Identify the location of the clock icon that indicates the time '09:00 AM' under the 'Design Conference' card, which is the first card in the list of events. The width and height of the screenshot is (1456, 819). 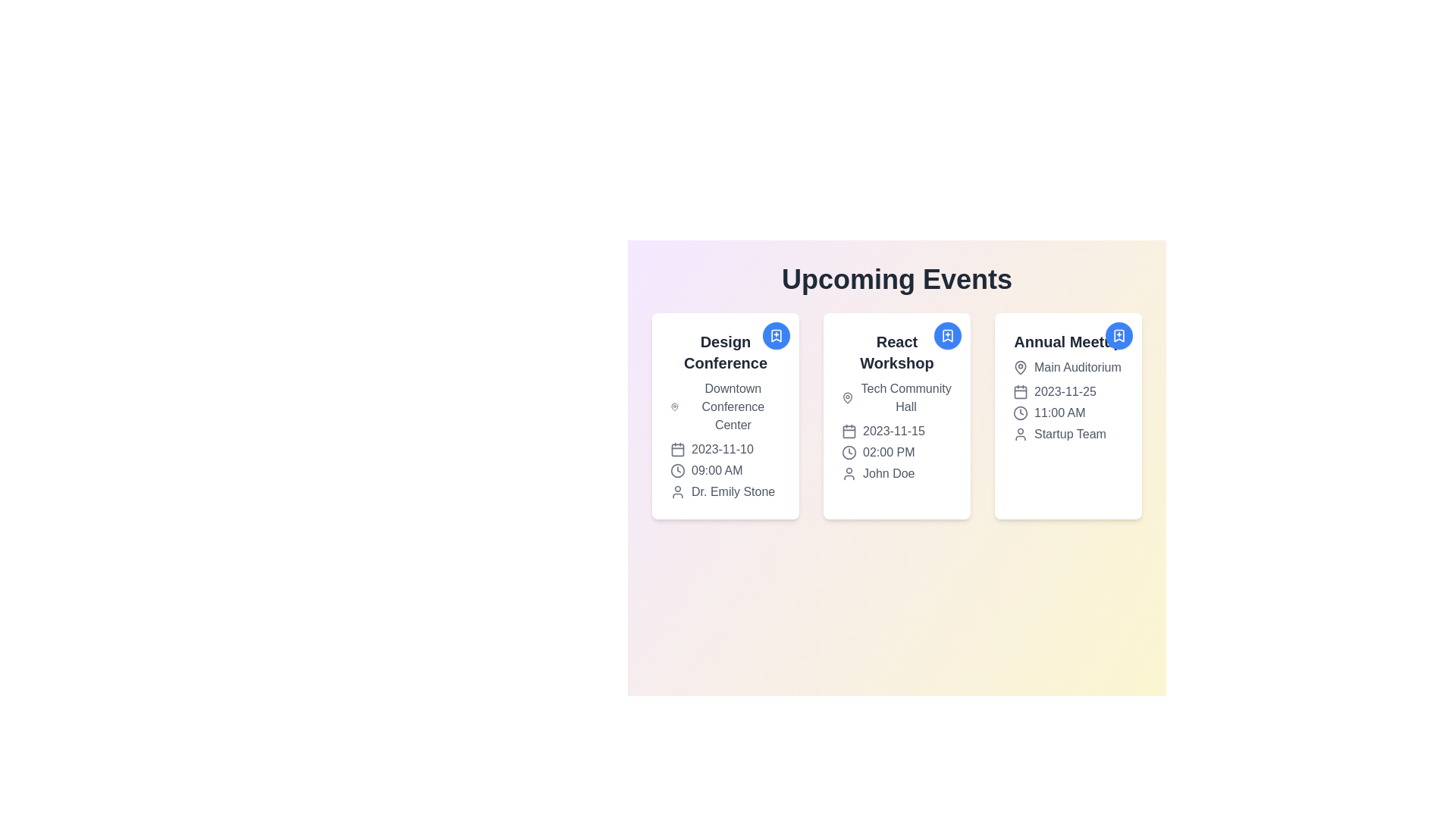
(676, 470).